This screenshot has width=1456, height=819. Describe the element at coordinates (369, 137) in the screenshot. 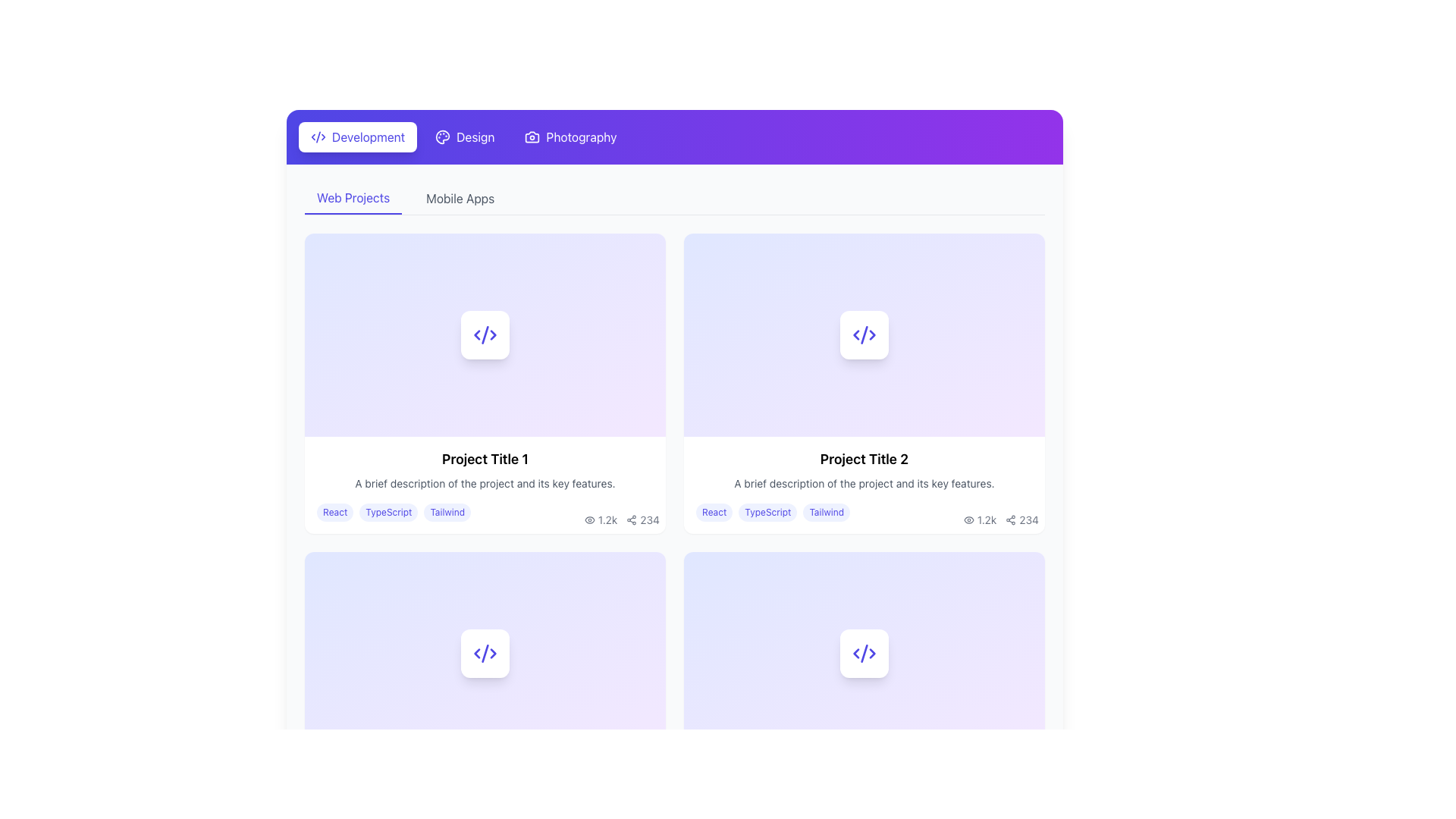

I see `the static text label displaying the word 'Development' in indigo color` at that location.